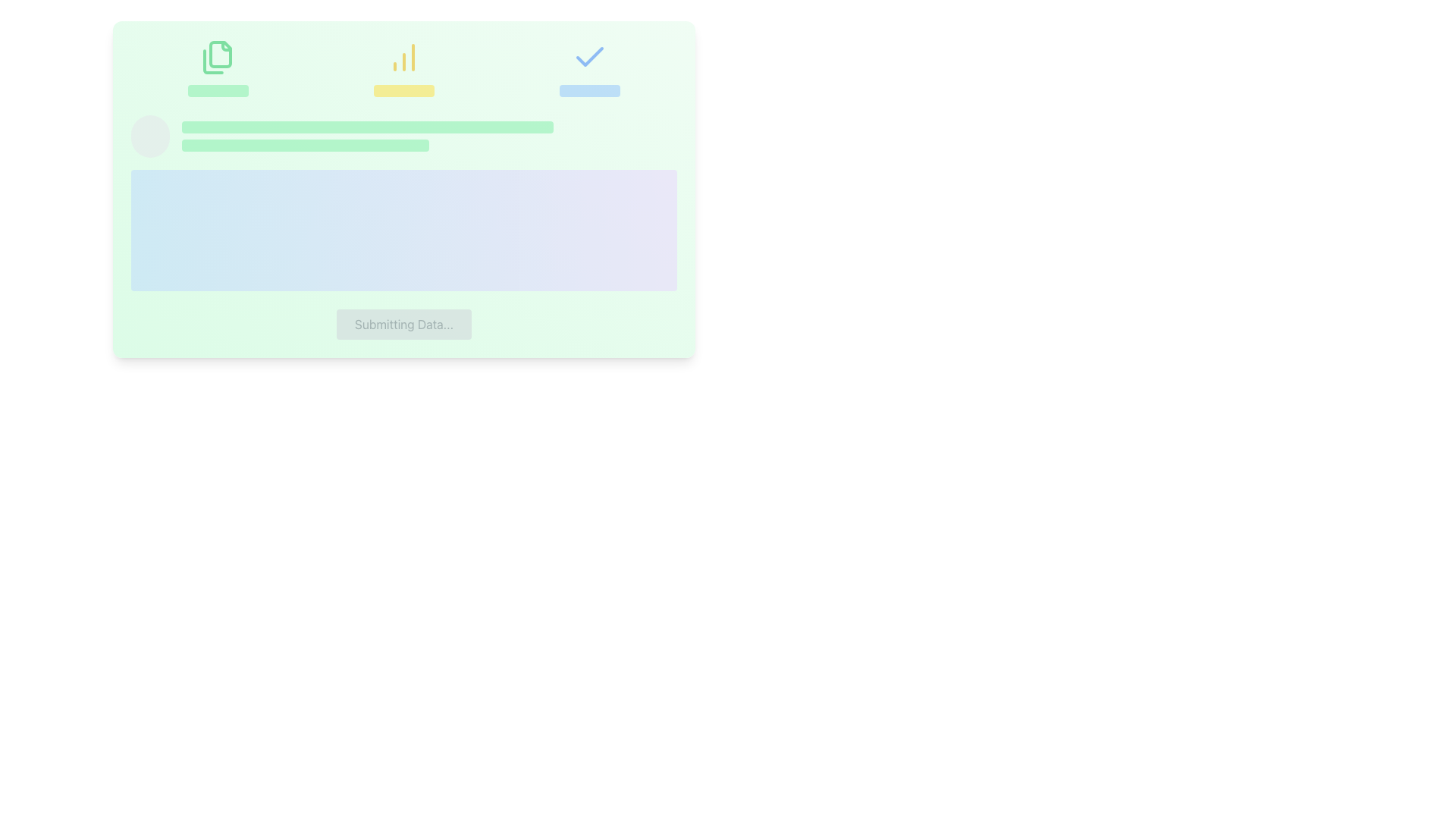 This screenshot has width=1456, height=819. Describe the element at coordinates (403, 90) in the screenshot. I see `the bottommost decorative yellow rectangular bar element, which is the fifth component in a vertical layout, directly below a bar chart` at that location.